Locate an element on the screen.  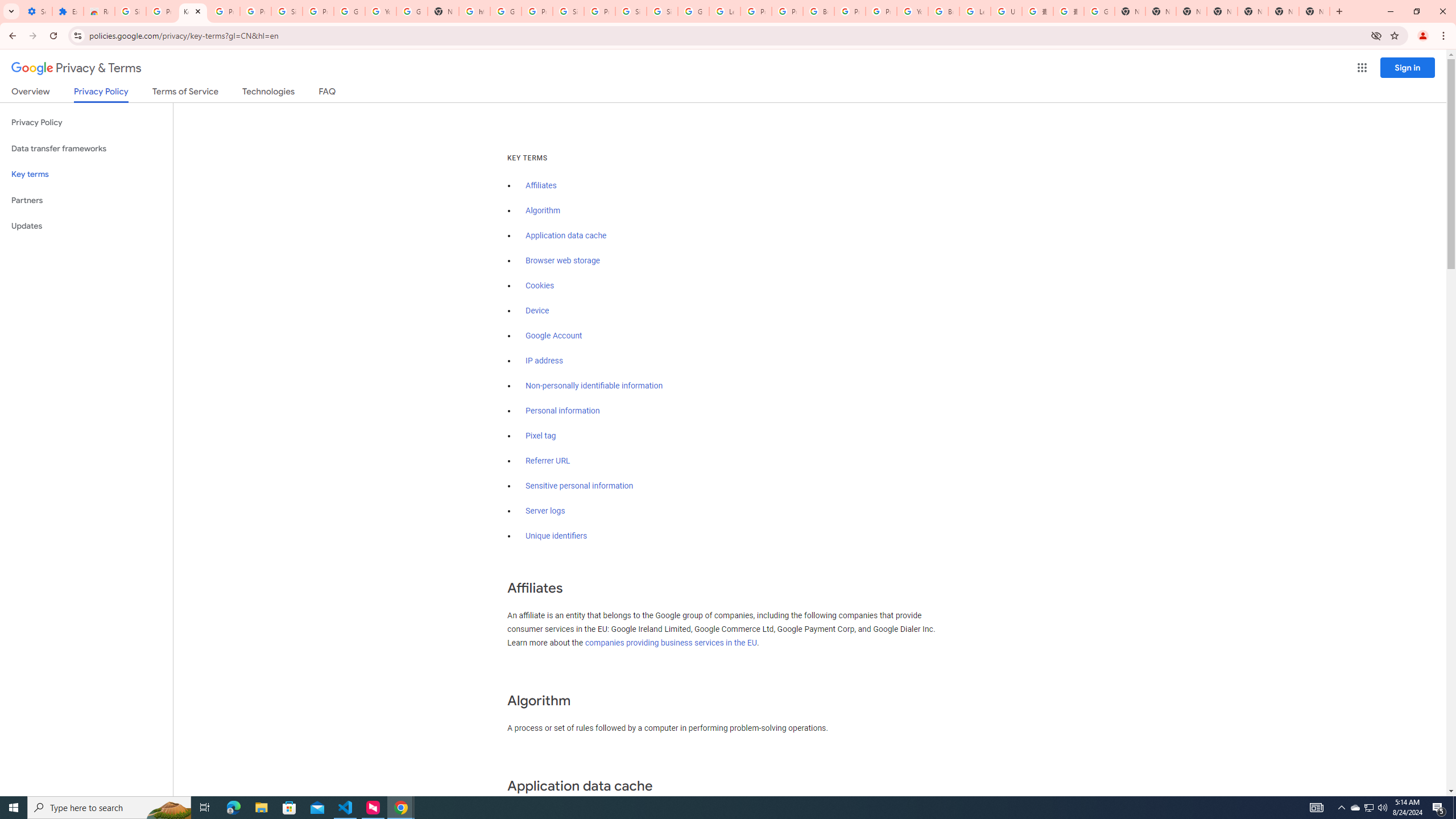
'Algorithm' is located at coordinates (542, 210).